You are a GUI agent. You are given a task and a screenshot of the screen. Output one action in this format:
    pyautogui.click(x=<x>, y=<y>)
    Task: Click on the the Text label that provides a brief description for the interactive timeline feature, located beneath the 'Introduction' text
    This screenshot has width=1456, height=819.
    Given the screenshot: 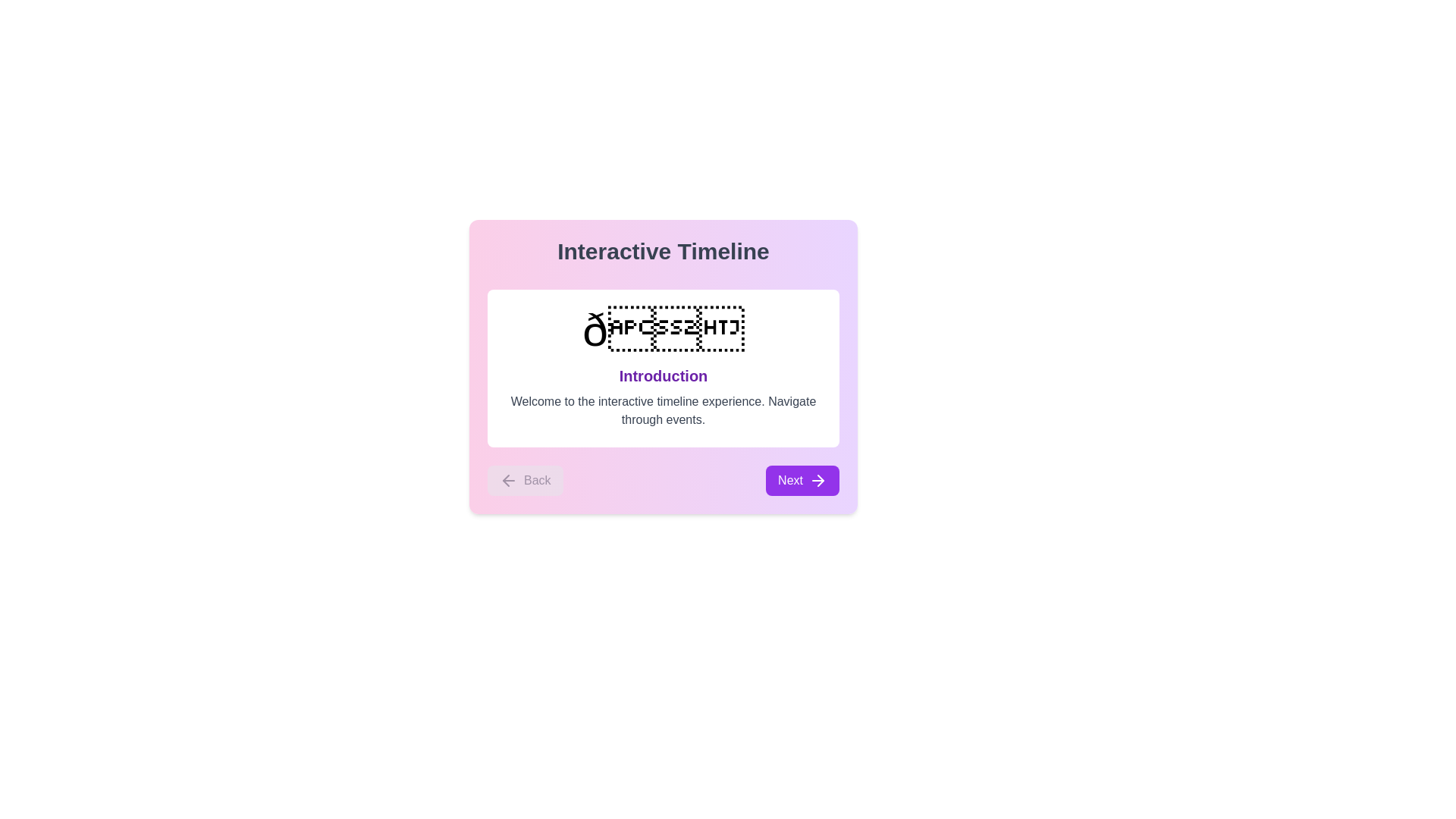 What is the action you would take?
    pyautogui.click(x=663, y=411)
    